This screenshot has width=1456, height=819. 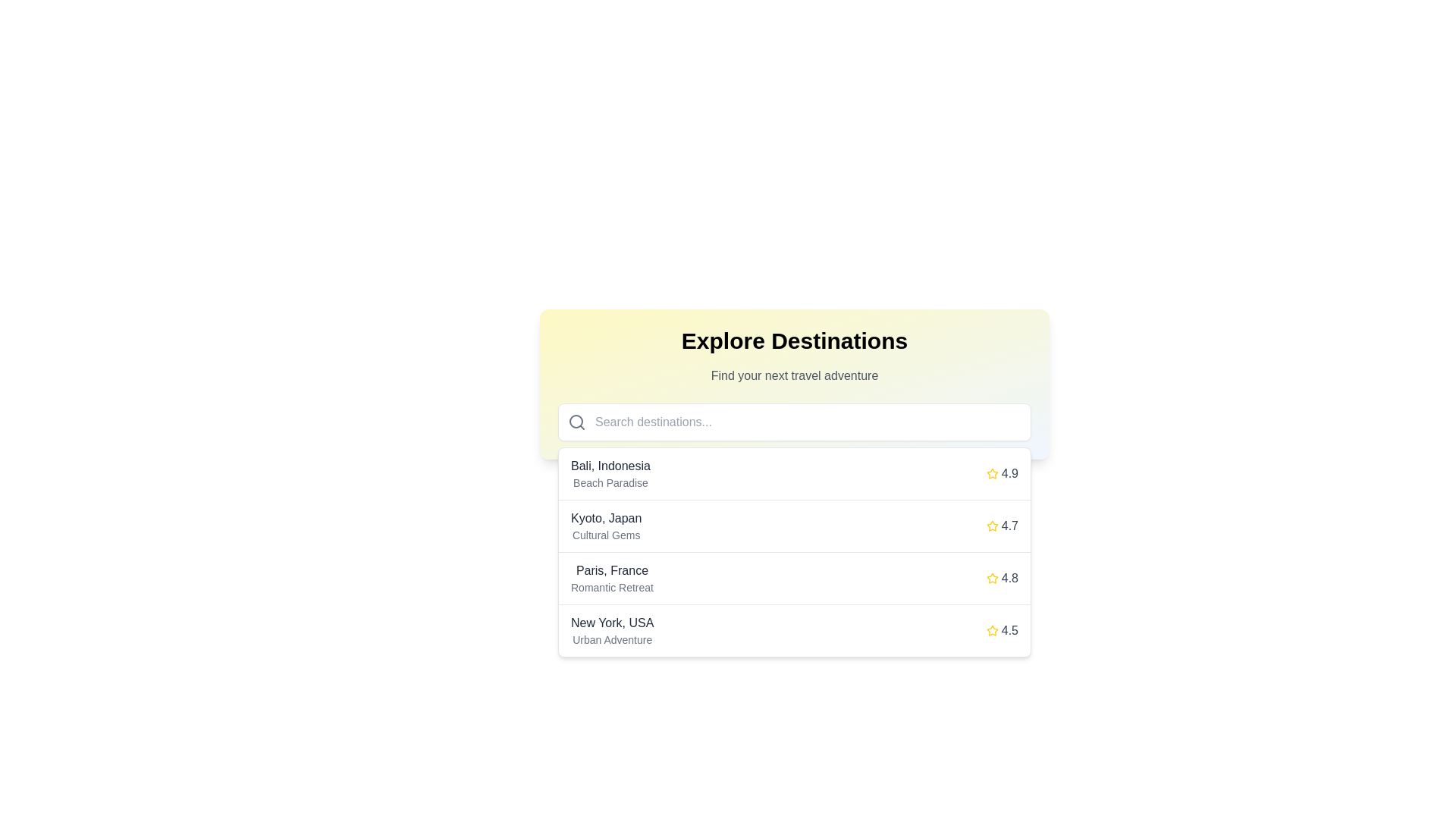 I want to click on the static text reading 'Beach Paradise', which is styled in a smaller gray font and located directly beneath 'Bali, Indonesia' in the search results, so click(x=610, y=482).